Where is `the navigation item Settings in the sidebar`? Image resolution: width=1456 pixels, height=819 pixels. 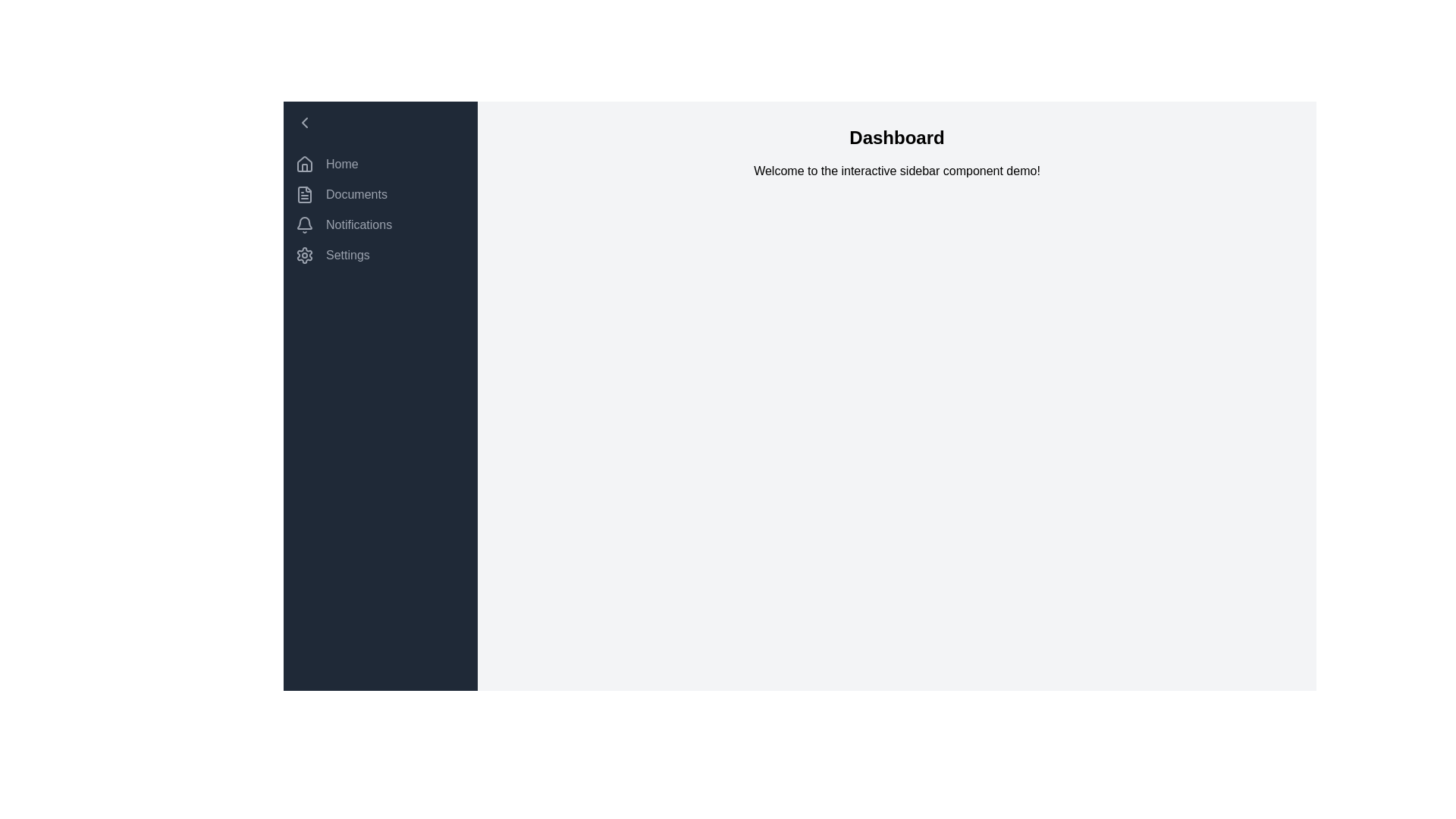 the navigation item Settings in the sidebar is located at coordinates (381, 254).